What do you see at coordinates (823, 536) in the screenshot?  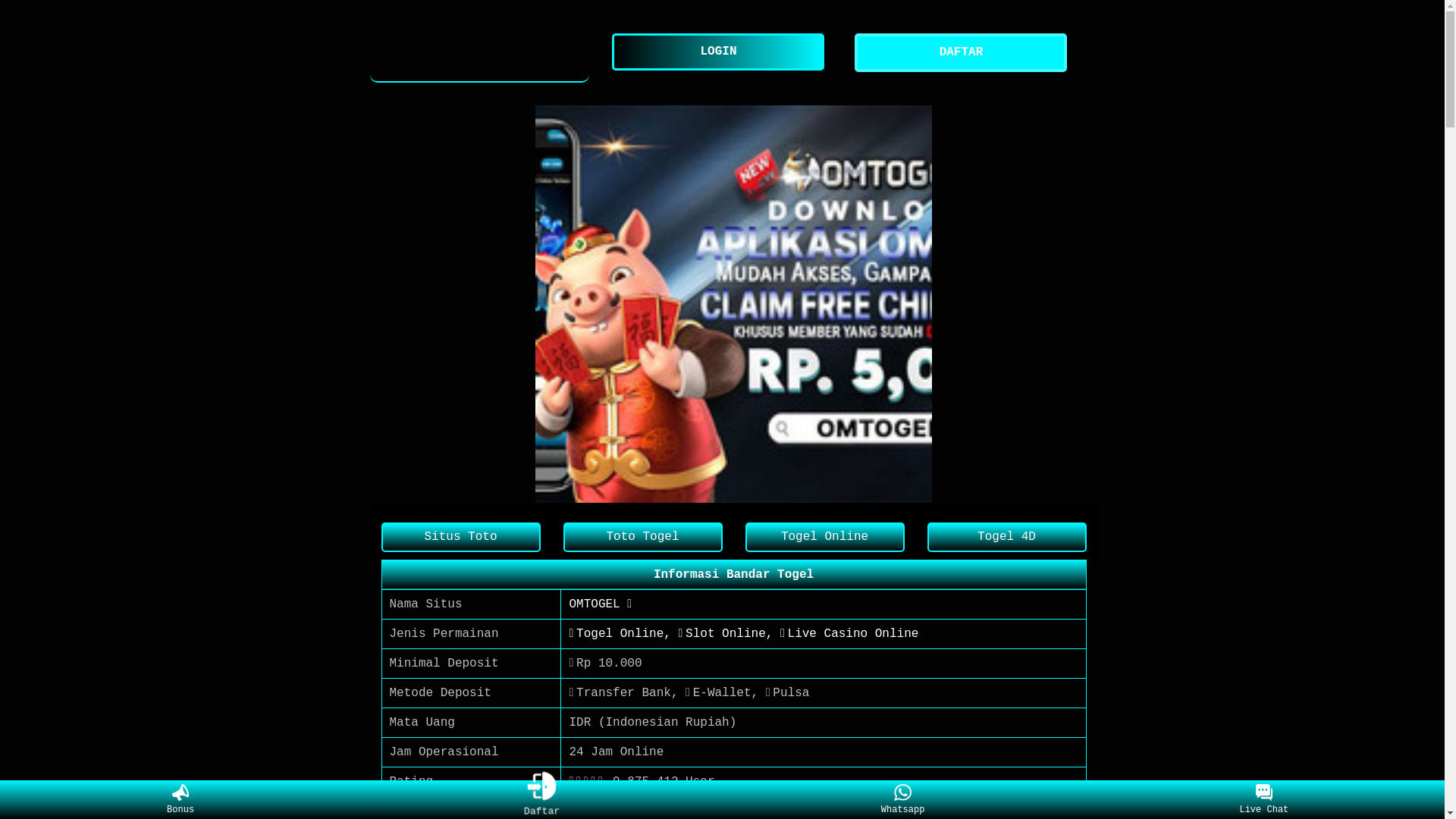 I see `'Togel Online'` at bounding box center [823, 536].